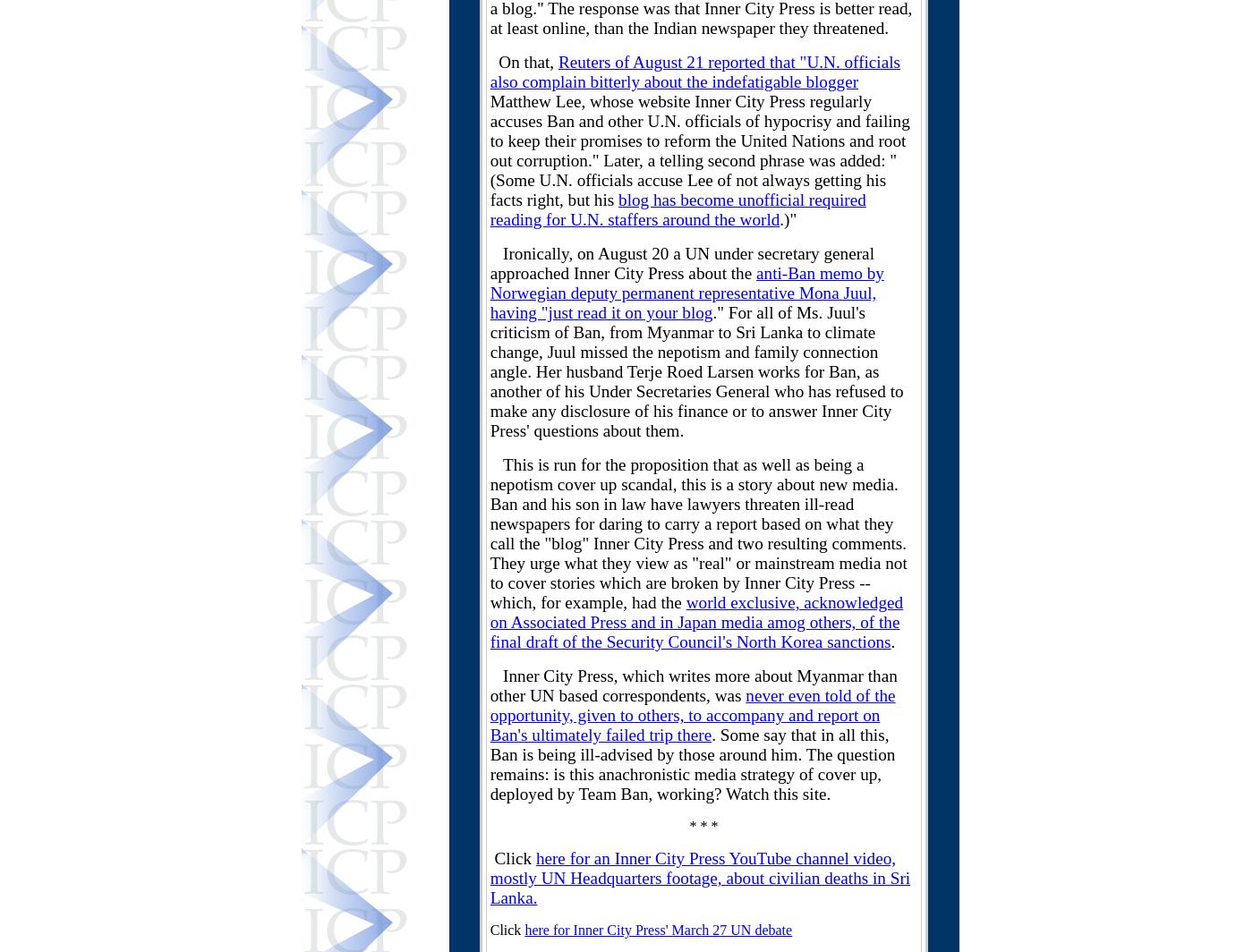 This screenshot has height=952, width=1253. I want to click on '* * *', so click(703, 825).